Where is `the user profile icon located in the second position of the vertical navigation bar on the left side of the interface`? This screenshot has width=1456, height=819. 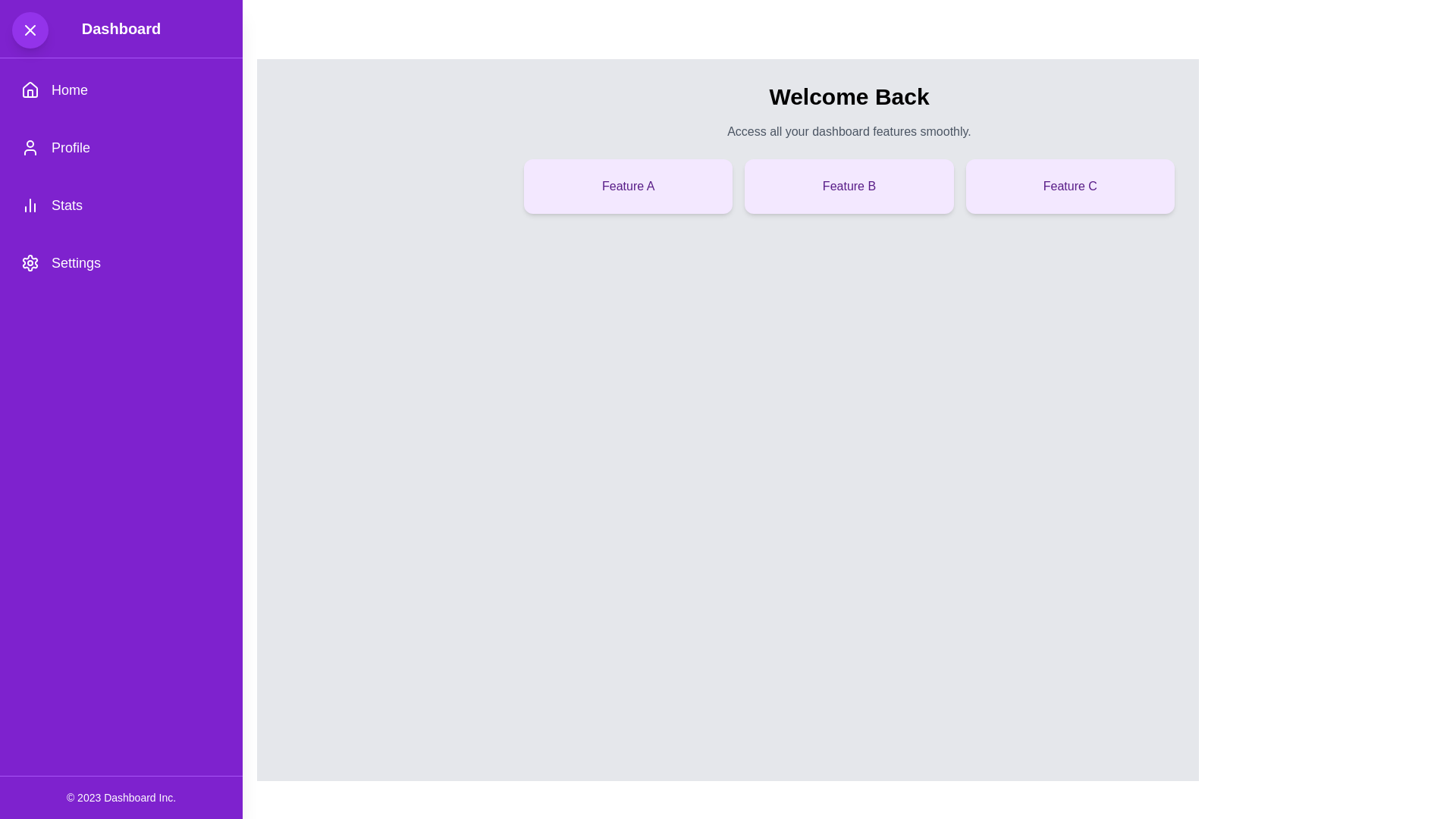 the user profile icon located in the second position of the vertical navigation bar on the left side of the interface is located at coordinates (30, 148).